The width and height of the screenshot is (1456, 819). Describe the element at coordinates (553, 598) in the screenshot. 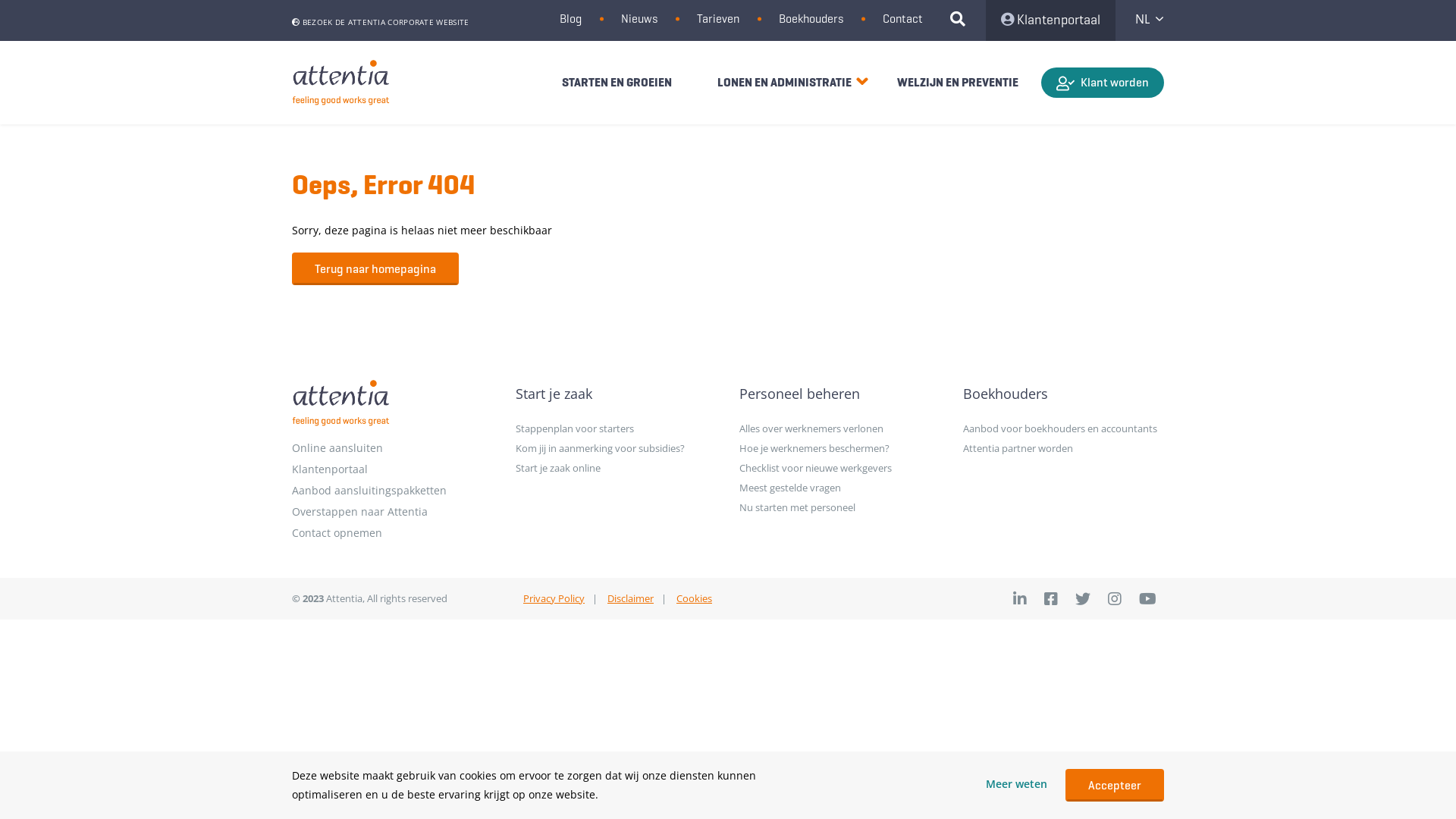

I see `'Privacy Policy'` at that location.